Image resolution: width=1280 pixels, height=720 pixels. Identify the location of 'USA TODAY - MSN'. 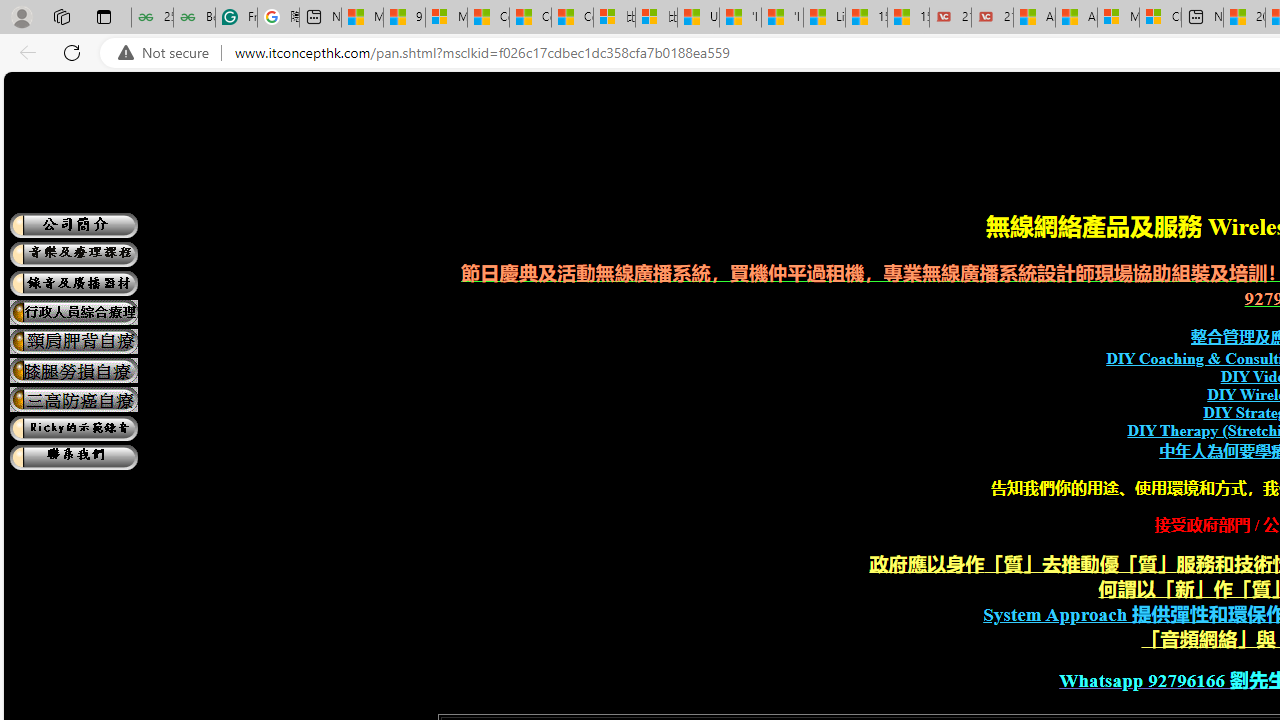
(698, 17).